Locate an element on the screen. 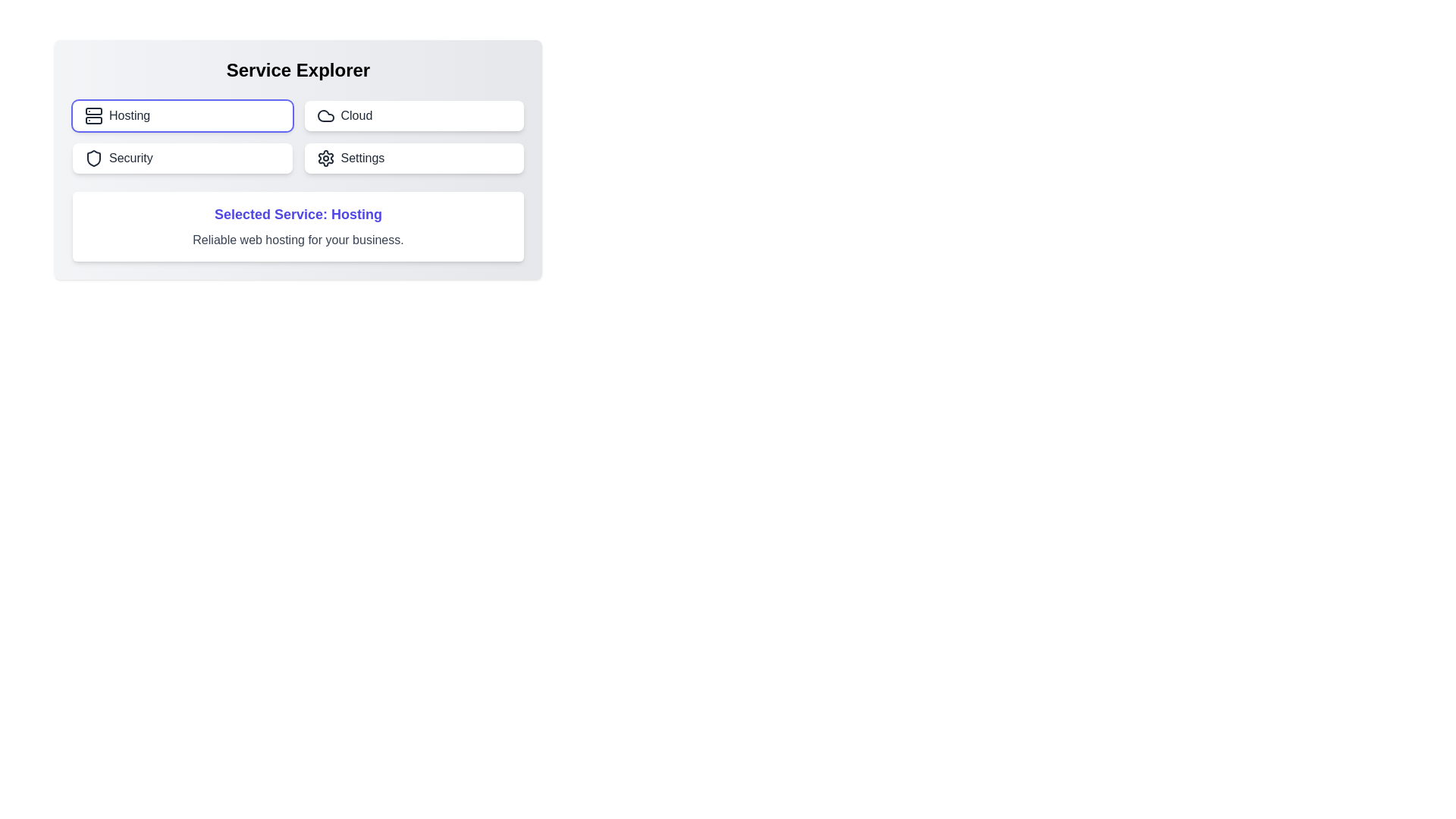 The height and width of the screenshot is (819, 1456). the gear icon representing settings, located within the Settings button on the right-hand side of the Service Explorer component is located at coordinates (325, 158).